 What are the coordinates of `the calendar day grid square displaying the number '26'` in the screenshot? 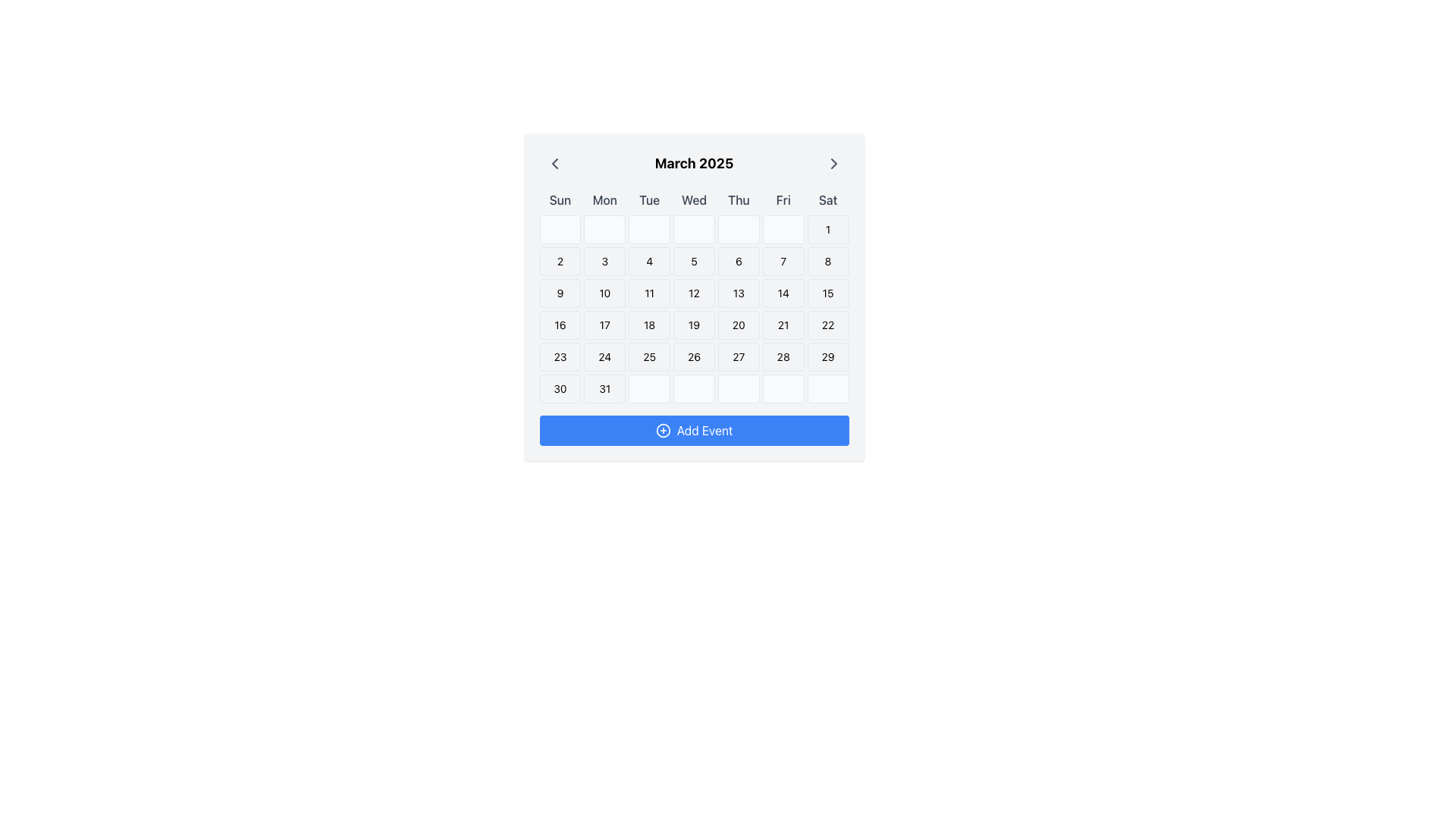 It's located at (693, 356).